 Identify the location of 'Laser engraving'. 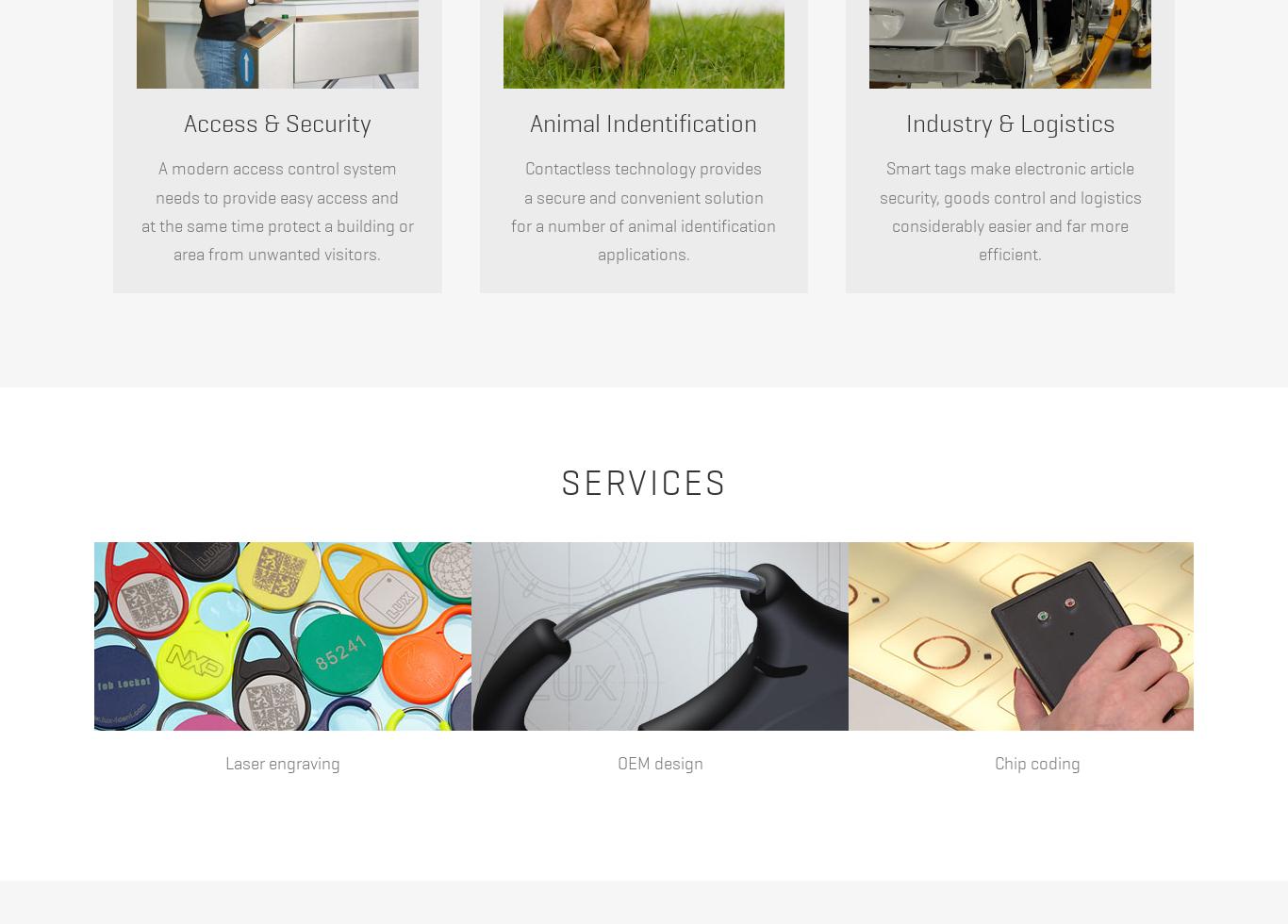
(225, 762).